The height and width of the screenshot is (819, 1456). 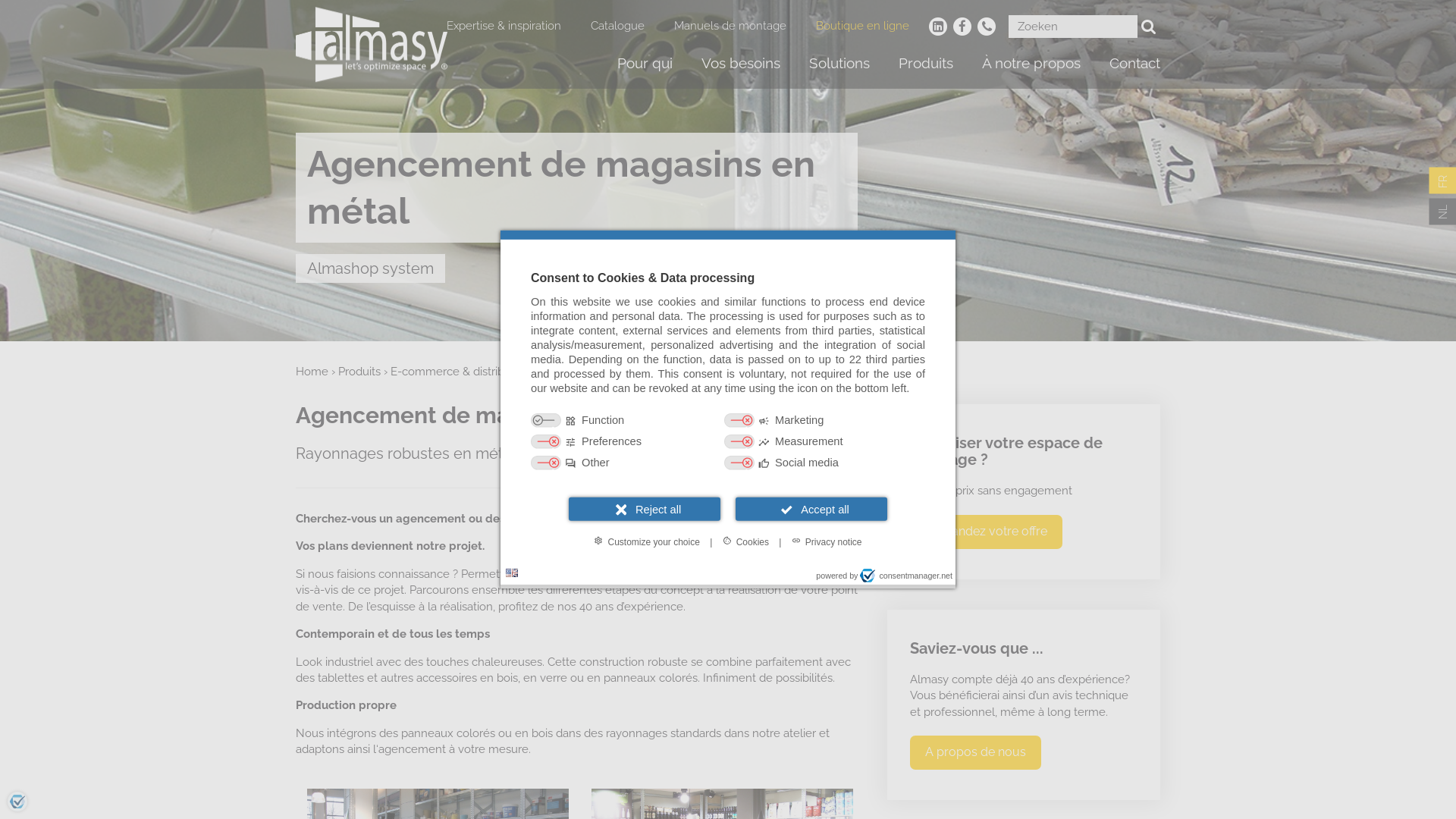 What do you see at coordinates (646, 540) in the screenshot?
I see `'Customize your choice'` at bounding box center [646, 540].